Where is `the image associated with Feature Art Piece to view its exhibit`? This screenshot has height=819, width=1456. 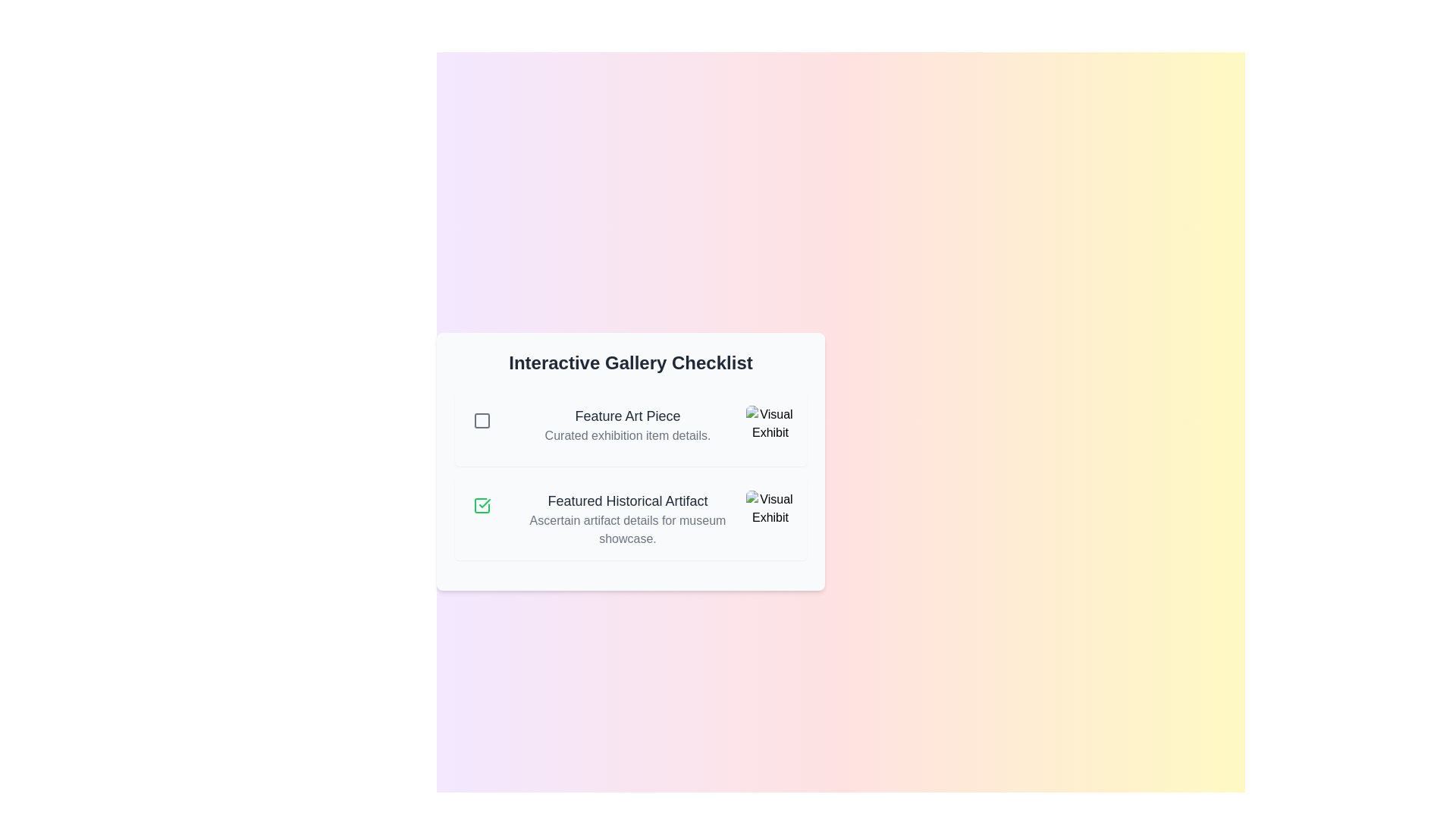
the image associated with Feature Art Piece to view its exhibit is located at coordinates (770, 430).